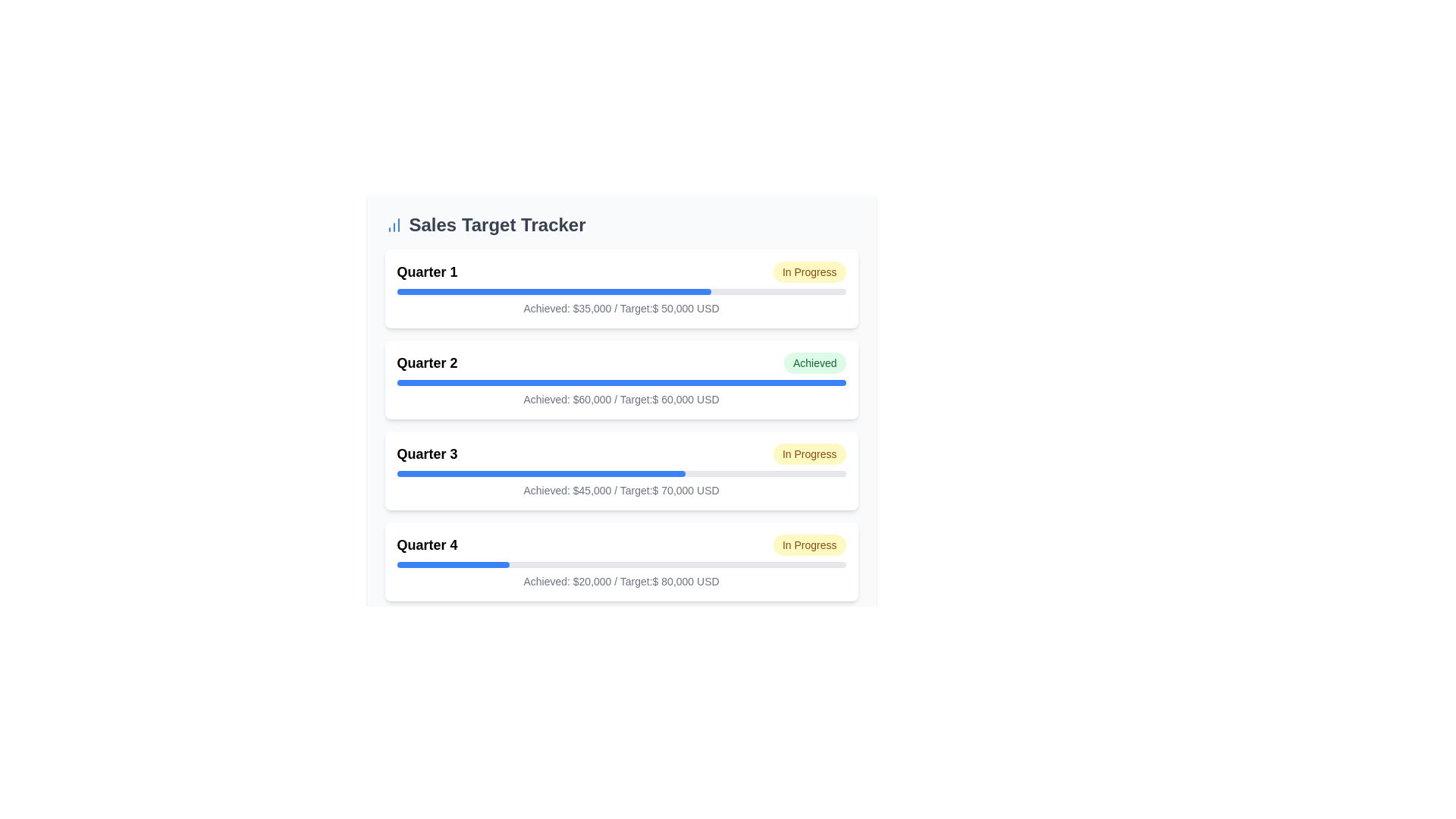  I want to click on the status indicator label for 'Quarter 3' sales target that shows 'In Progress', so click(808, 453).